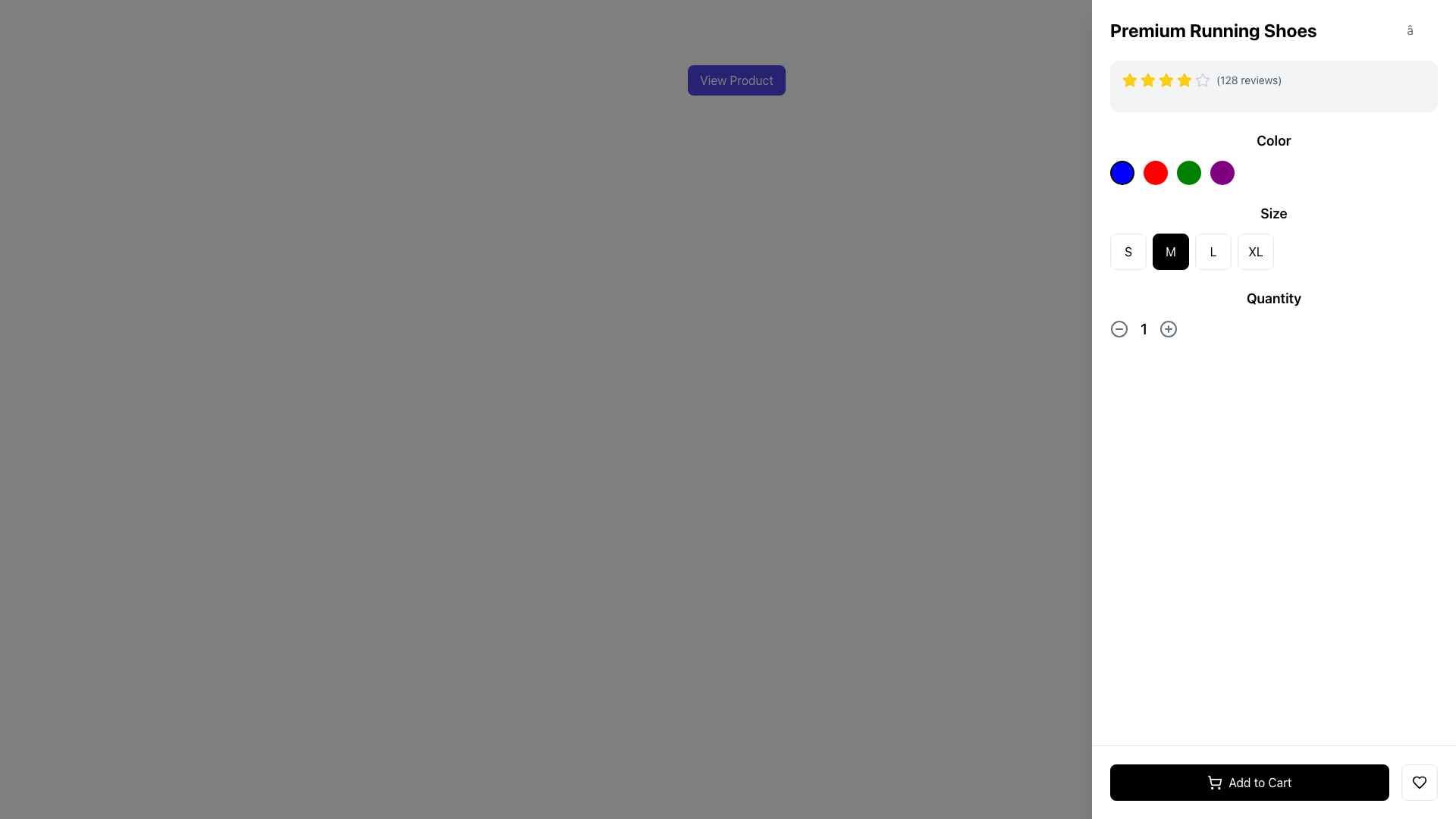 The image size is (1456, 819). What do you see at coordinates (1170, 250) in the screenshot?
I see `the selected size button labeled 'M'` at bounding box center [1170, 250].